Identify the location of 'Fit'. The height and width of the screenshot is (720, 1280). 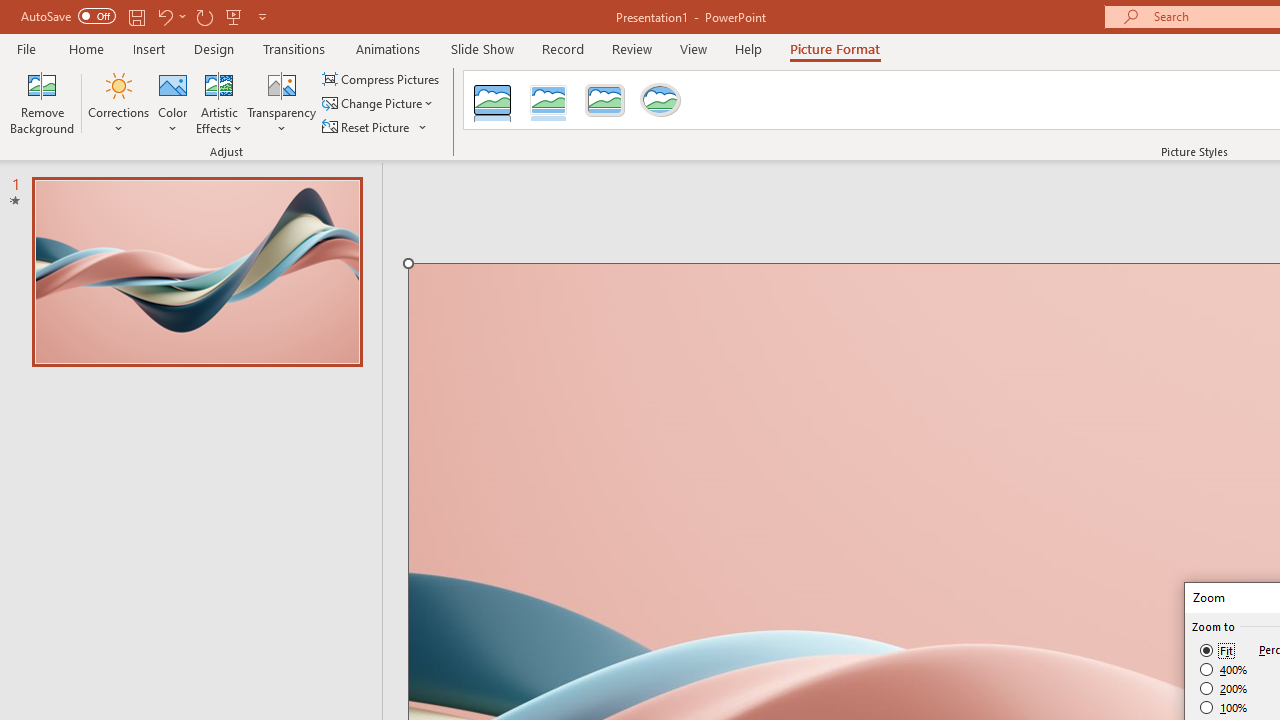
(1216, 650).